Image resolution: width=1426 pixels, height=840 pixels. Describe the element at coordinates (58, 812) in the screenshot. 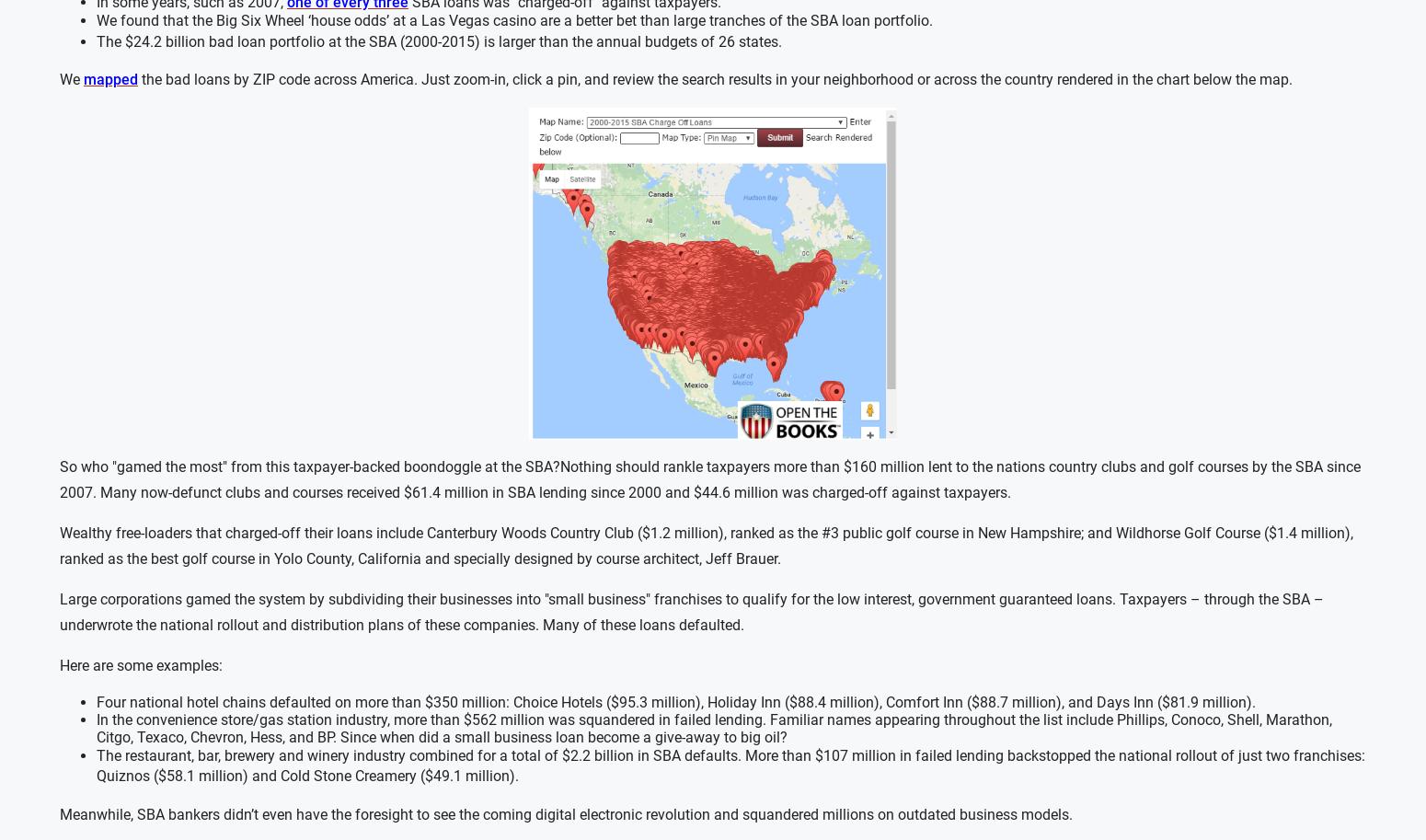

I see `'Meanwhile, SBA bankers didn’t even have the foresight to see the coming digital electronic revolution and squandered millions on outdated business models.'` at that location.